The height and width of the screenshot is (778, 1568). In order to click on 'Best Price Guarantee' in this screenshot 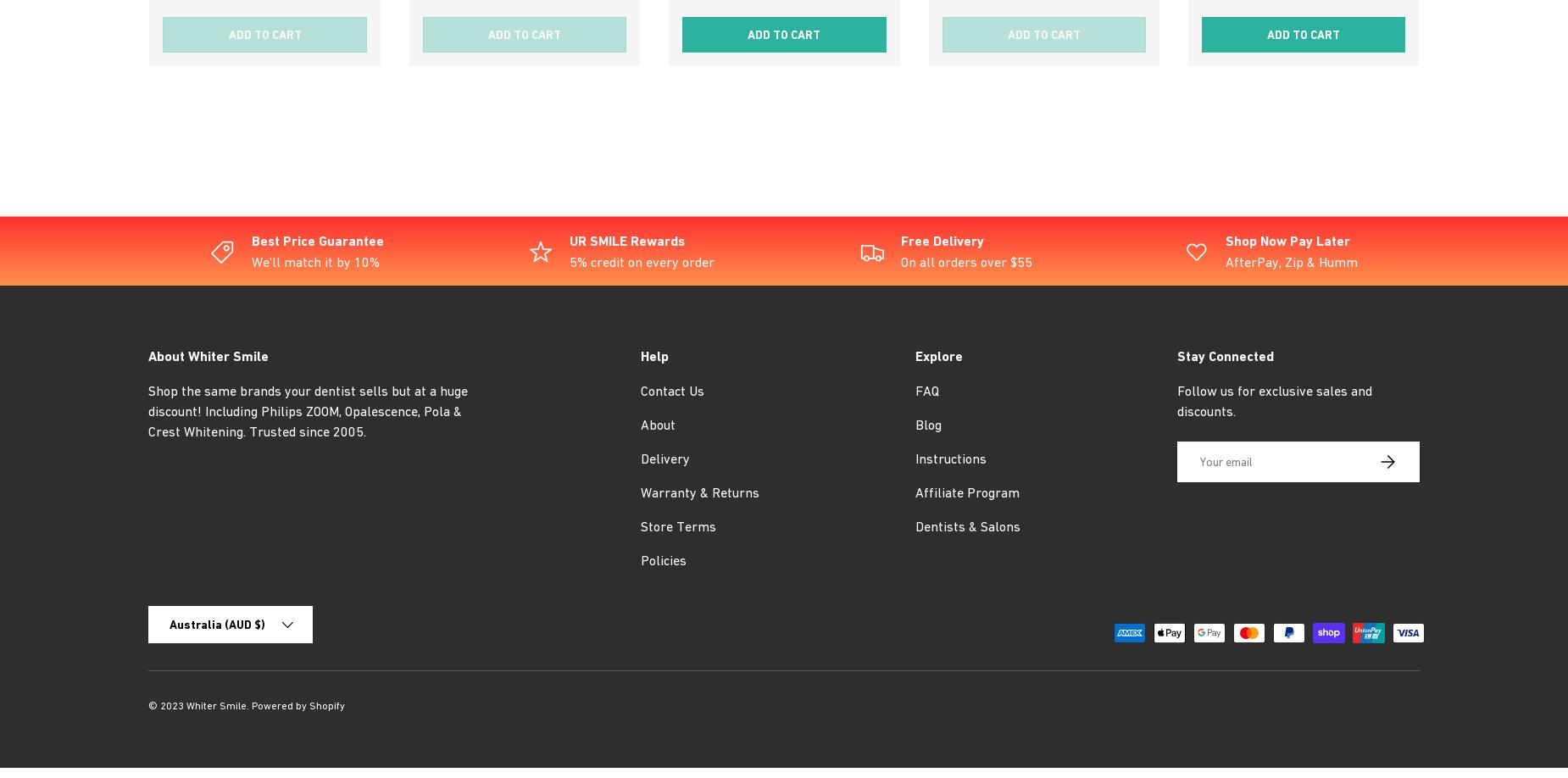, I will do `click(316, 240)`.